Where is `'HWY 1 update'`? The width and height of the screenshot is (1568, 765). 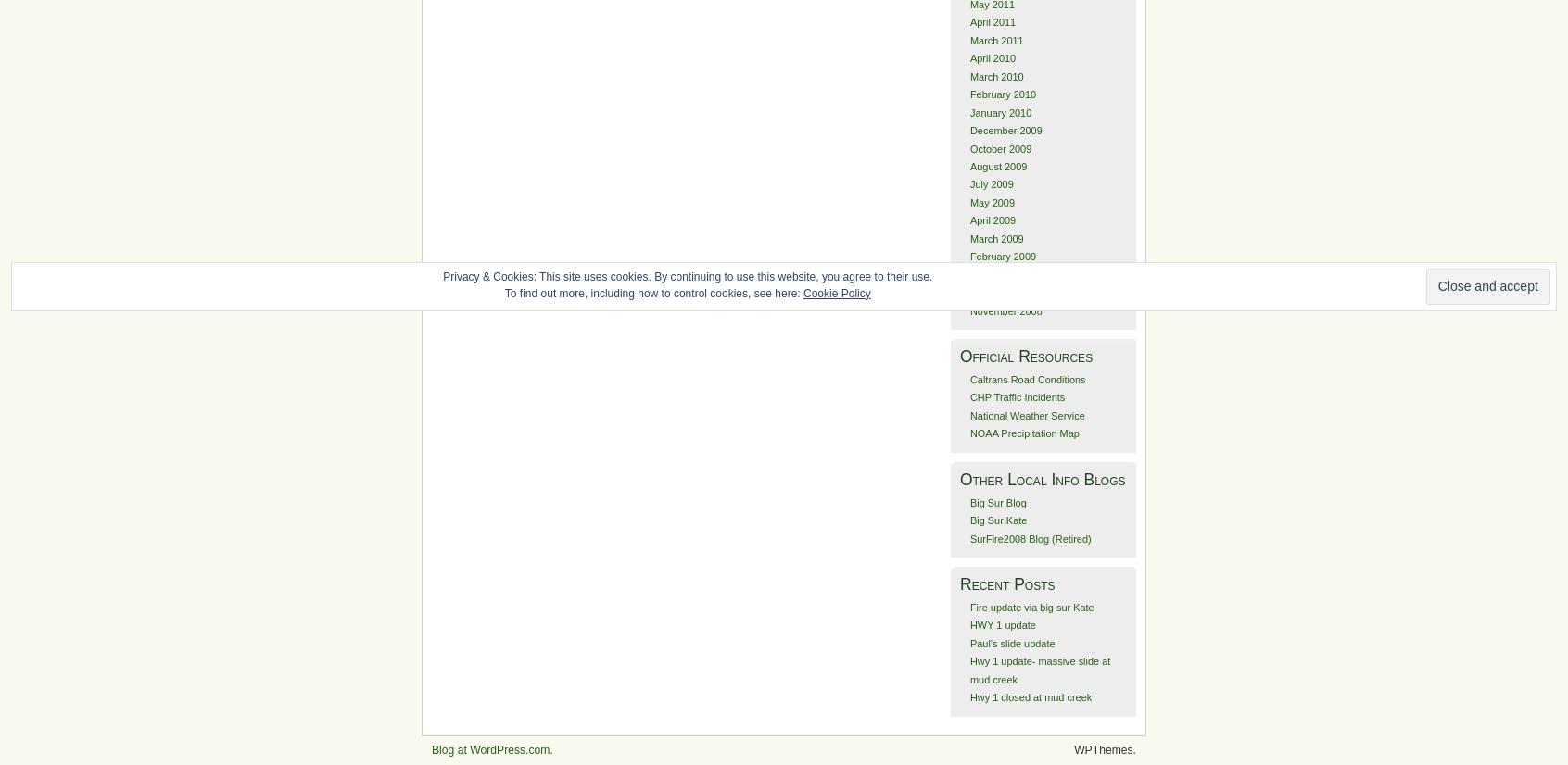 'HWY 1 update' is located at coordinates (1004, 625).